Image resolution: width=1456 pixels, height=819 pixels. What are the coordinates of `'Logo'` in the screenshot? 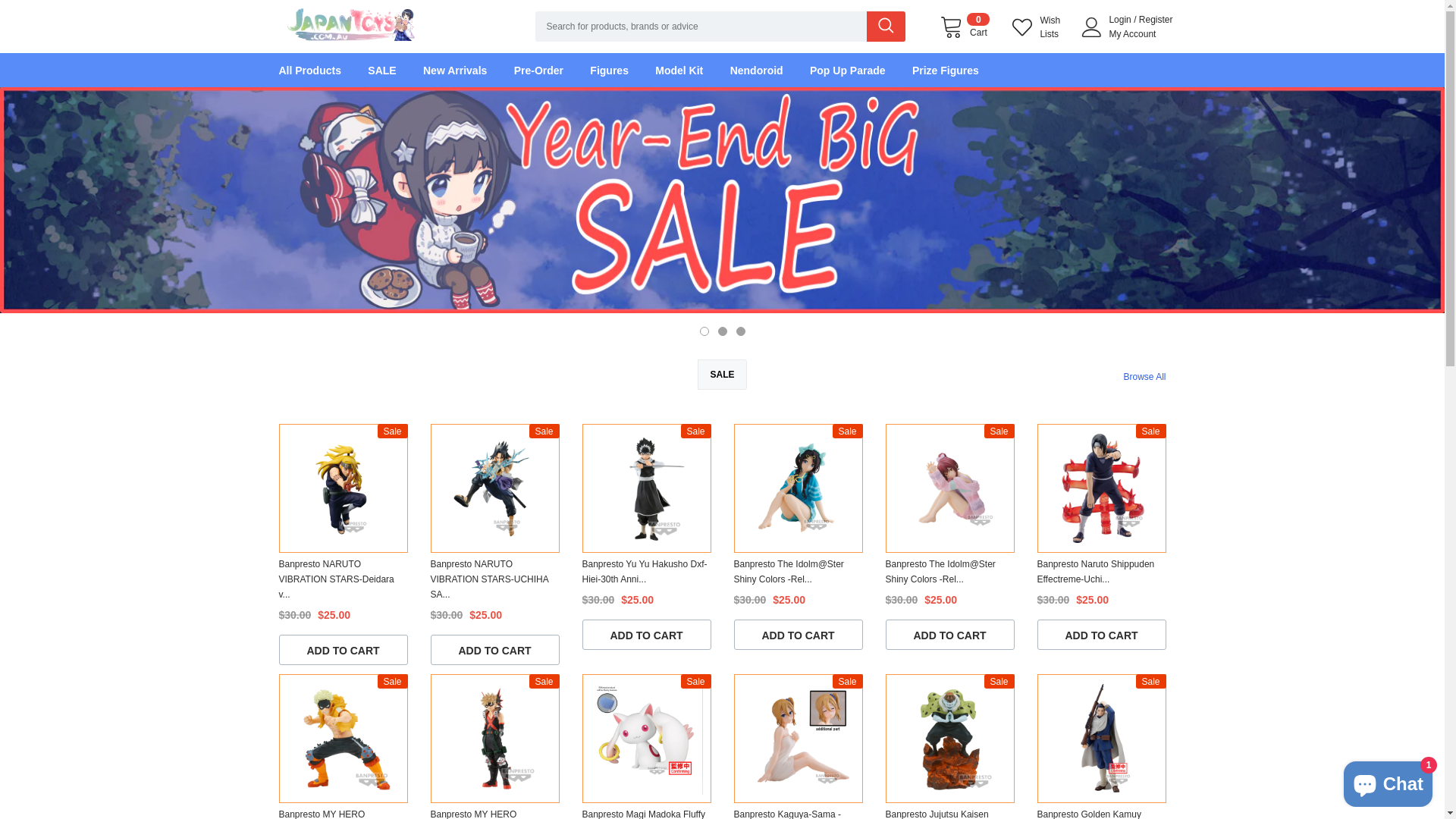 It's located at (279, 20).